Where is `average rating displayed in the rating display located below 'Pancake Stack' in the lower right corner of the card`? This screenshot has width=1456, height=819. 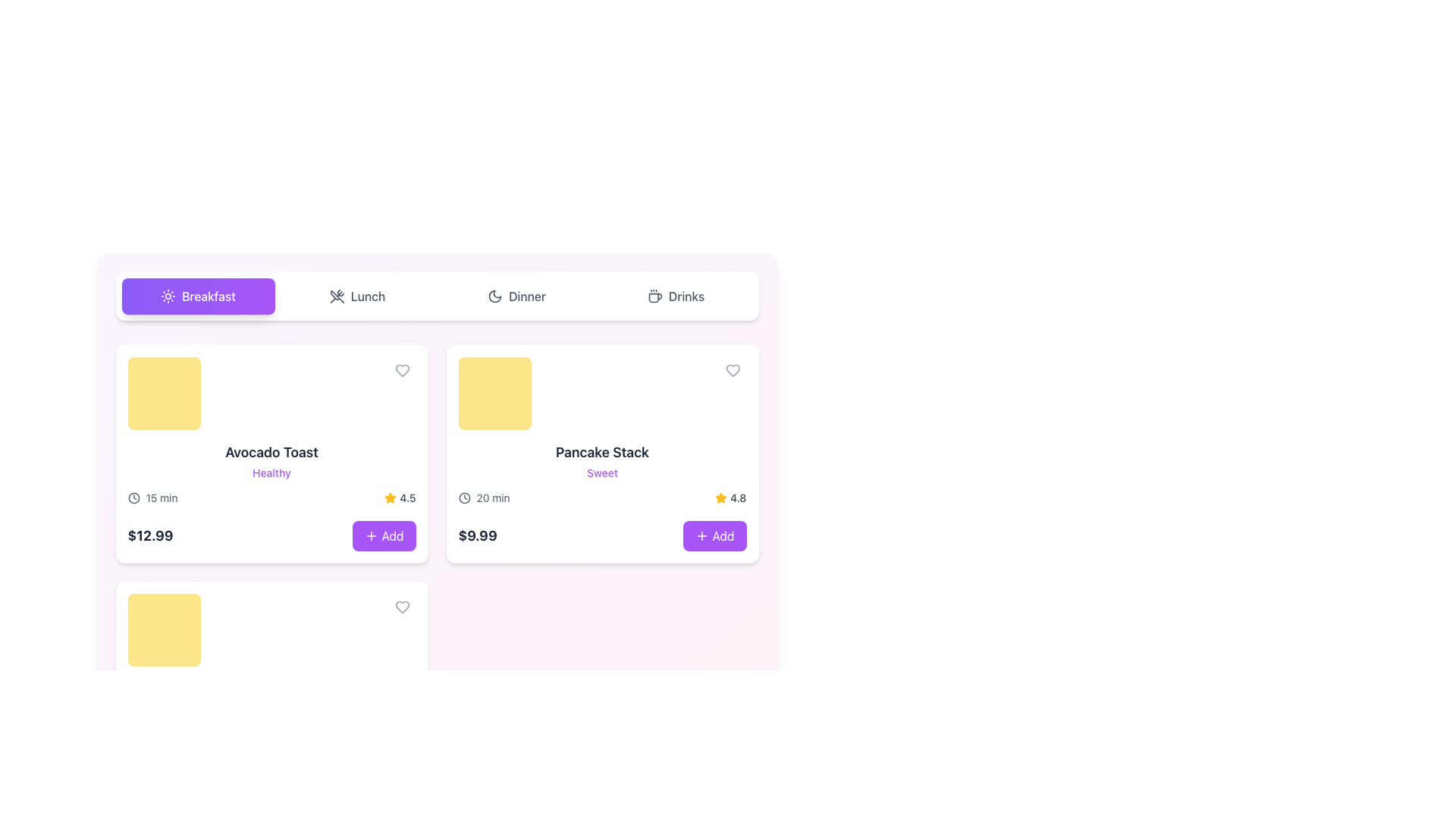
average rating displayed in the rating display located below 'Pancake Stack' in the lower right corner of the card is located at coordinates (730, 497).